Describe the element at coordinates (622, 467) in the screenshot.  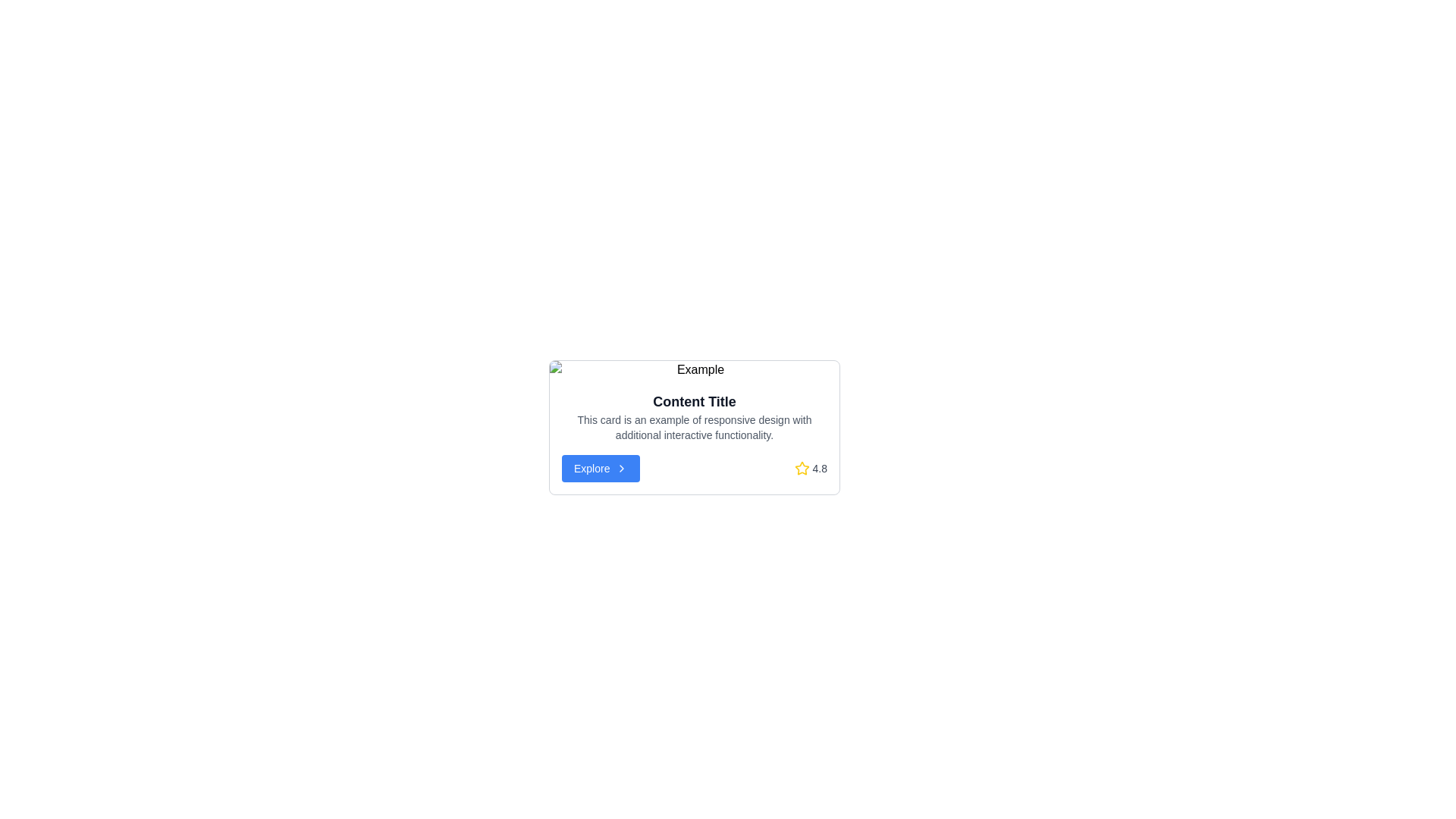
I see `the small rightward chevron icon (>) located within the rounded blue 'Explore' button at the bottom-left corner of the card layout` at that location.